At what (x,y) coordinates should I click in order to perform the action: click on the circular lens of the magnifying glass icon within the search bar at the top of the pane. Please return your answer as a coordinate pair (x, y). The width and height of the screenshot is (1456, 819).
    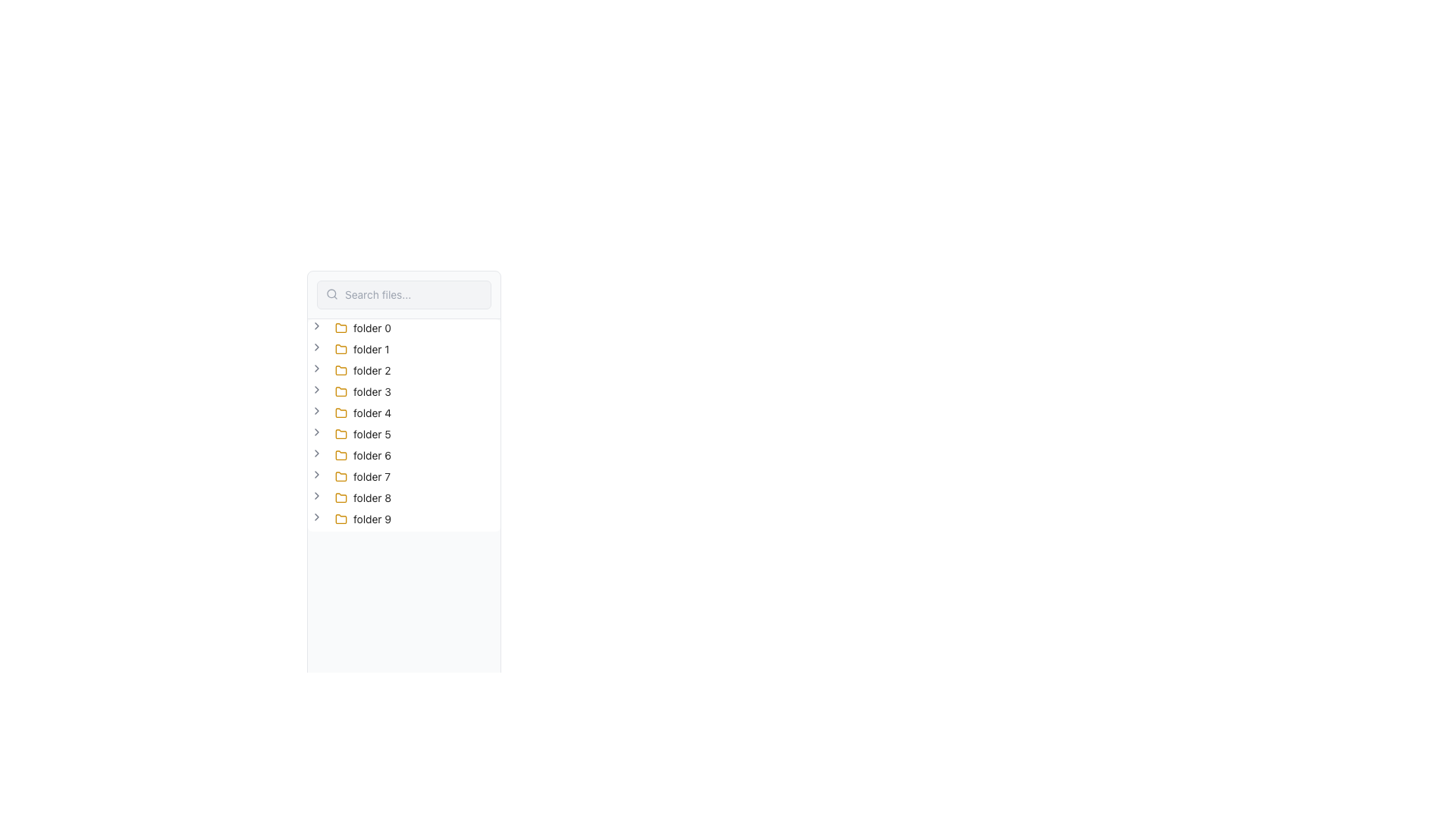
    Looking at the image, I should click on (331, 293).